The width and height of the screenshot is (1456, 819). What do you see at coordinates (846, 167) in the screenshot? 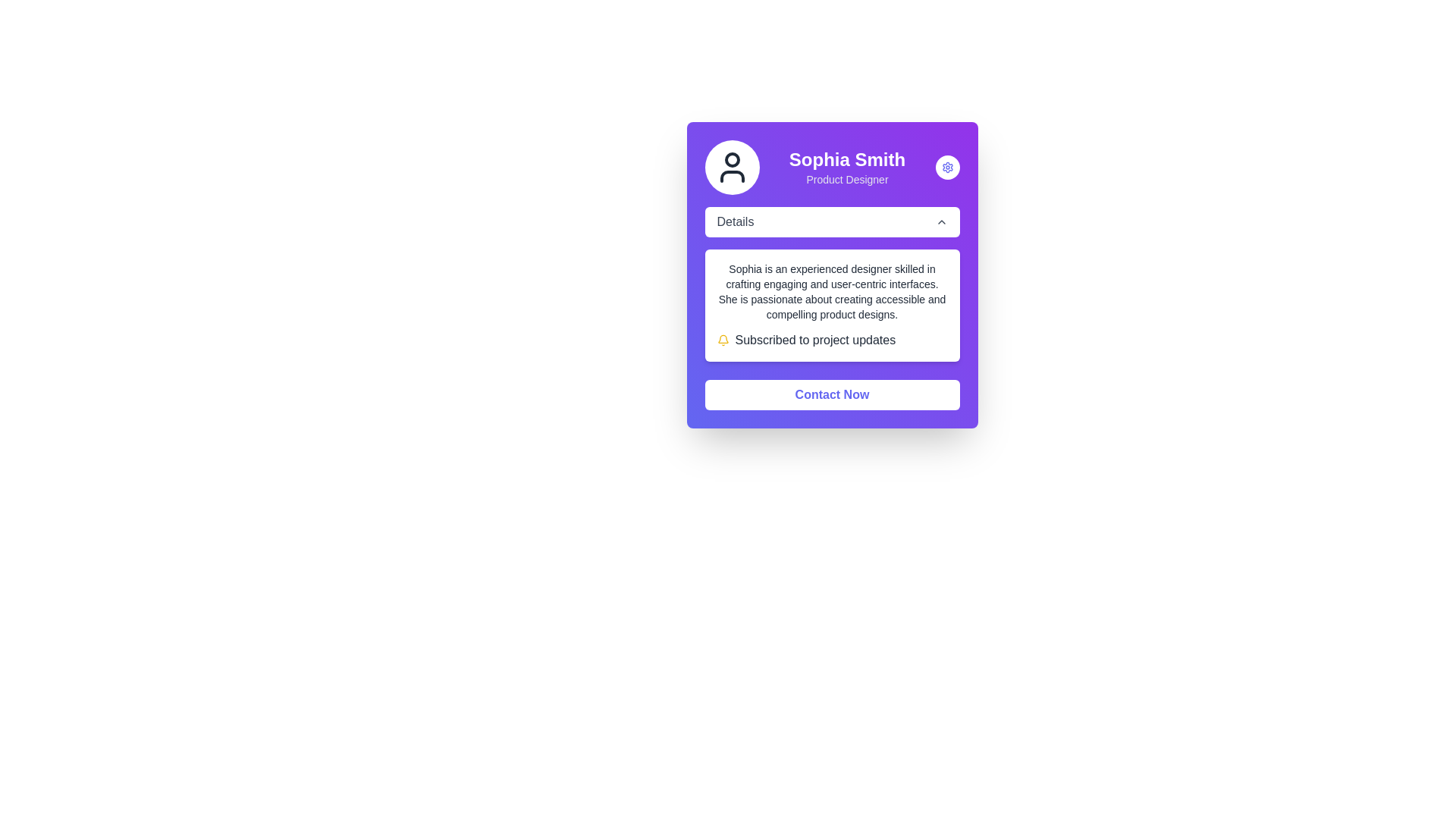
I see `the Text Display element that shows the name 'Sophia Smith' in bold large text and the role 'Product Designer' in smaller text, located on a purple background in the upper part of the card-like structure` at bounding box center [846, 167].